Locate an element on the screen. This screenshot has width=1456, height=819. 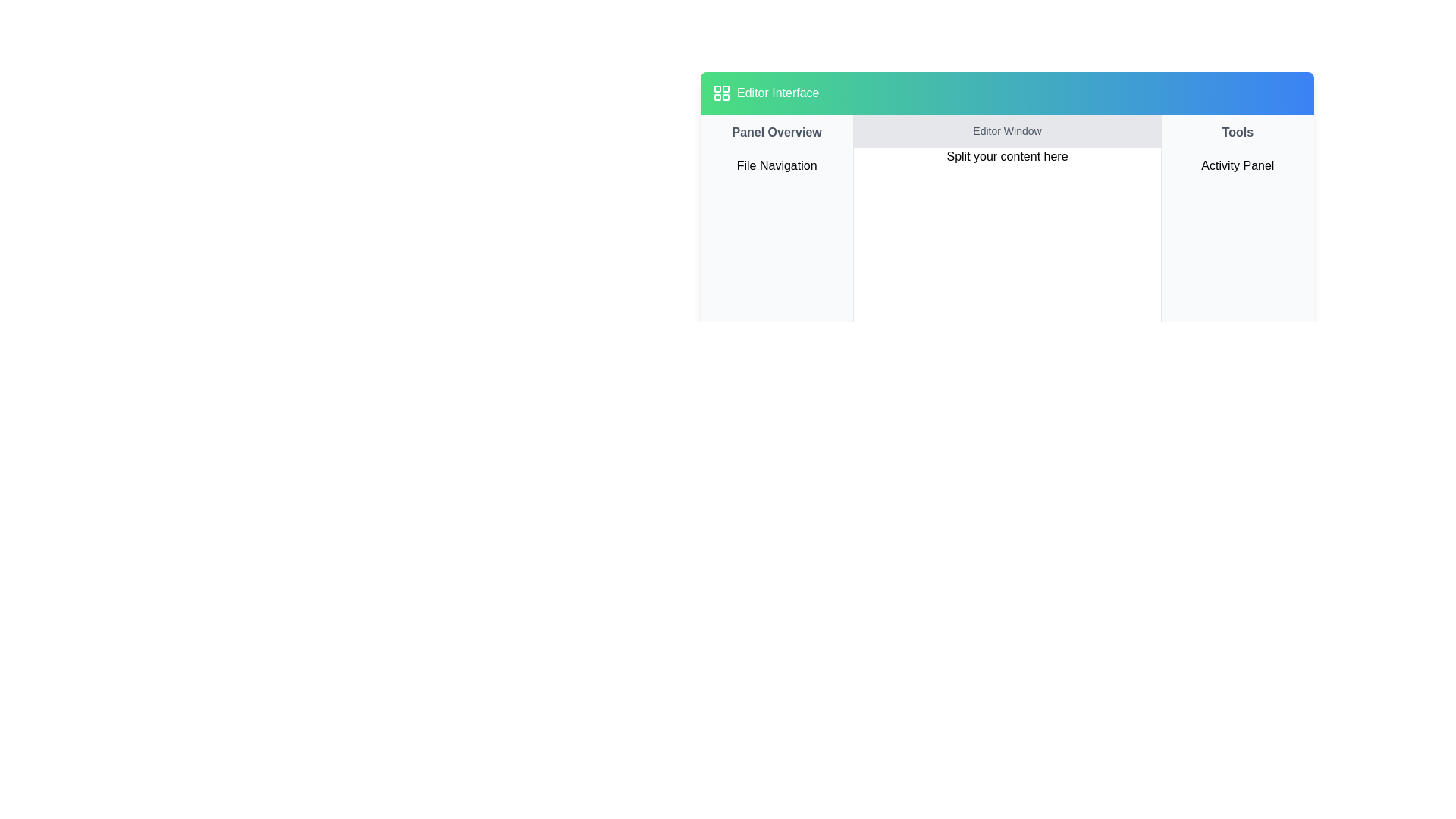
the decorative icon in the top navigation section, positioned left of the 'Editor Interface' text, which has a green-to-blue gradient background is located at coordinates (720, 93).